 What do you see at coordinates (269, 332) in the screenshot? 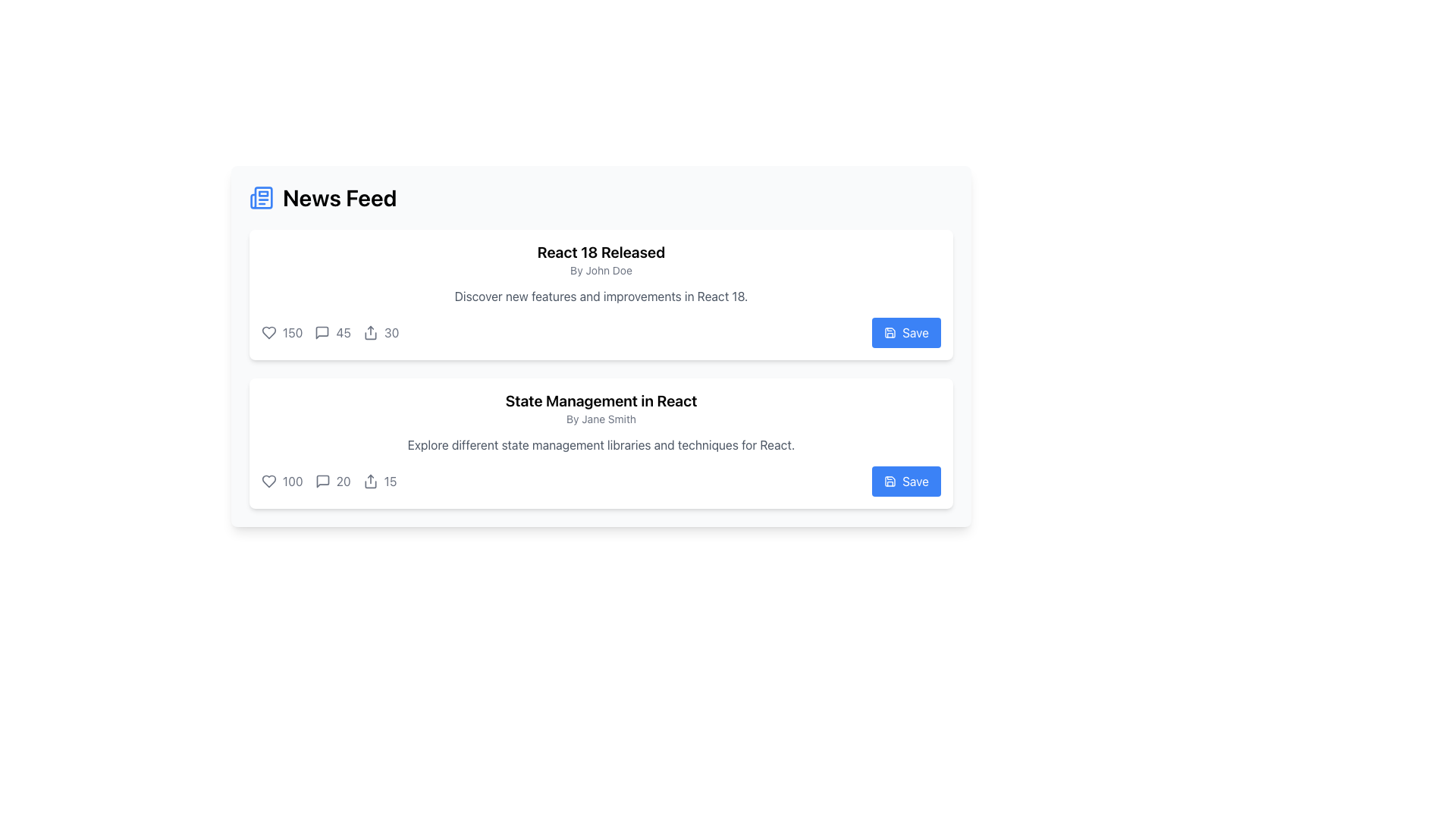
I see `the heart icon located at the bottom-left corner of the card labeled 'React 18 Released', which represents a 'like' action and has a counter value of '150'` at bounding box center [269, 332].